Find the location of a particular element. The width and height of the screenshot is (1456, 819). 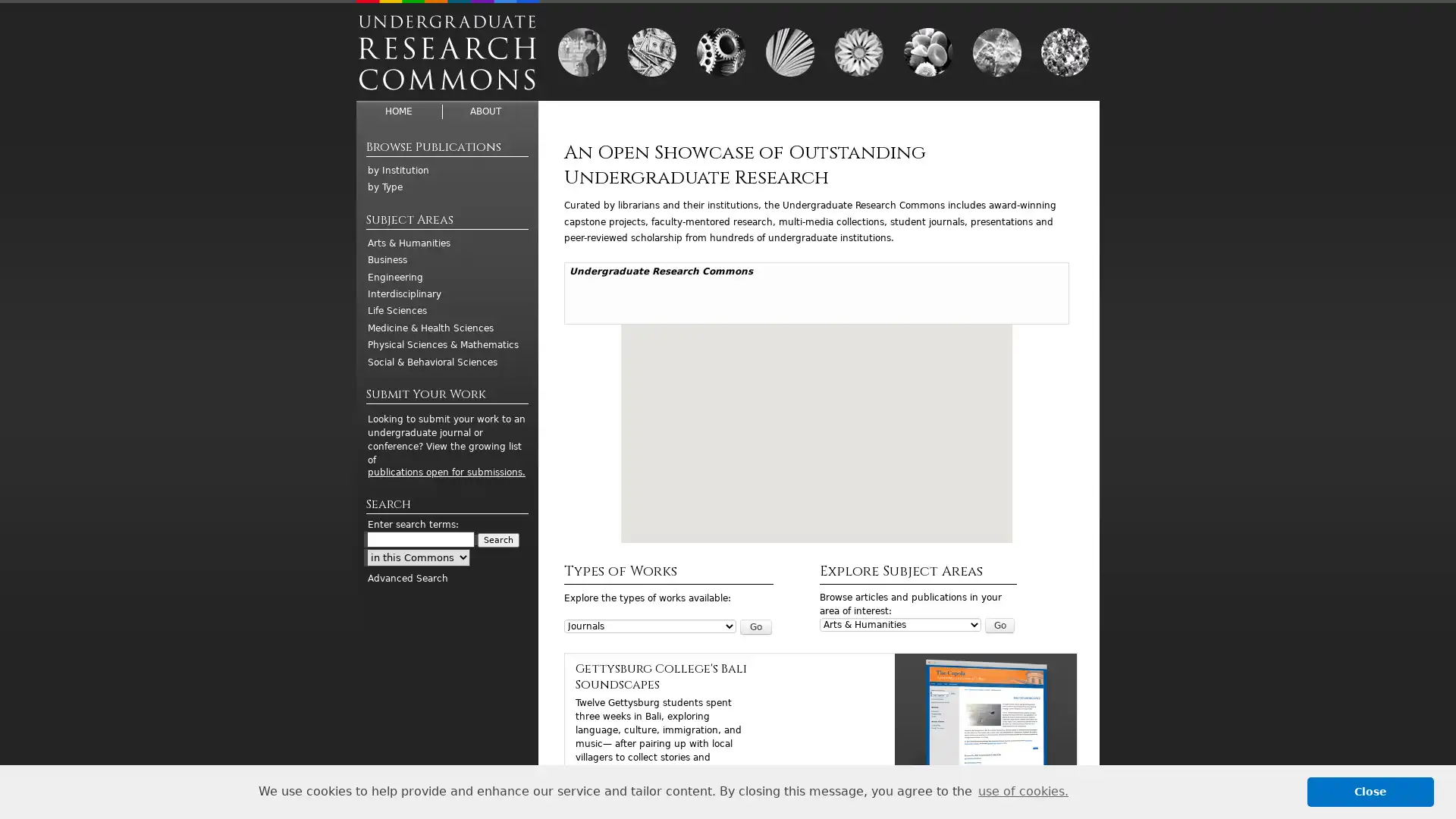

dismiss cookie message is located at coordinates (1370, 791).